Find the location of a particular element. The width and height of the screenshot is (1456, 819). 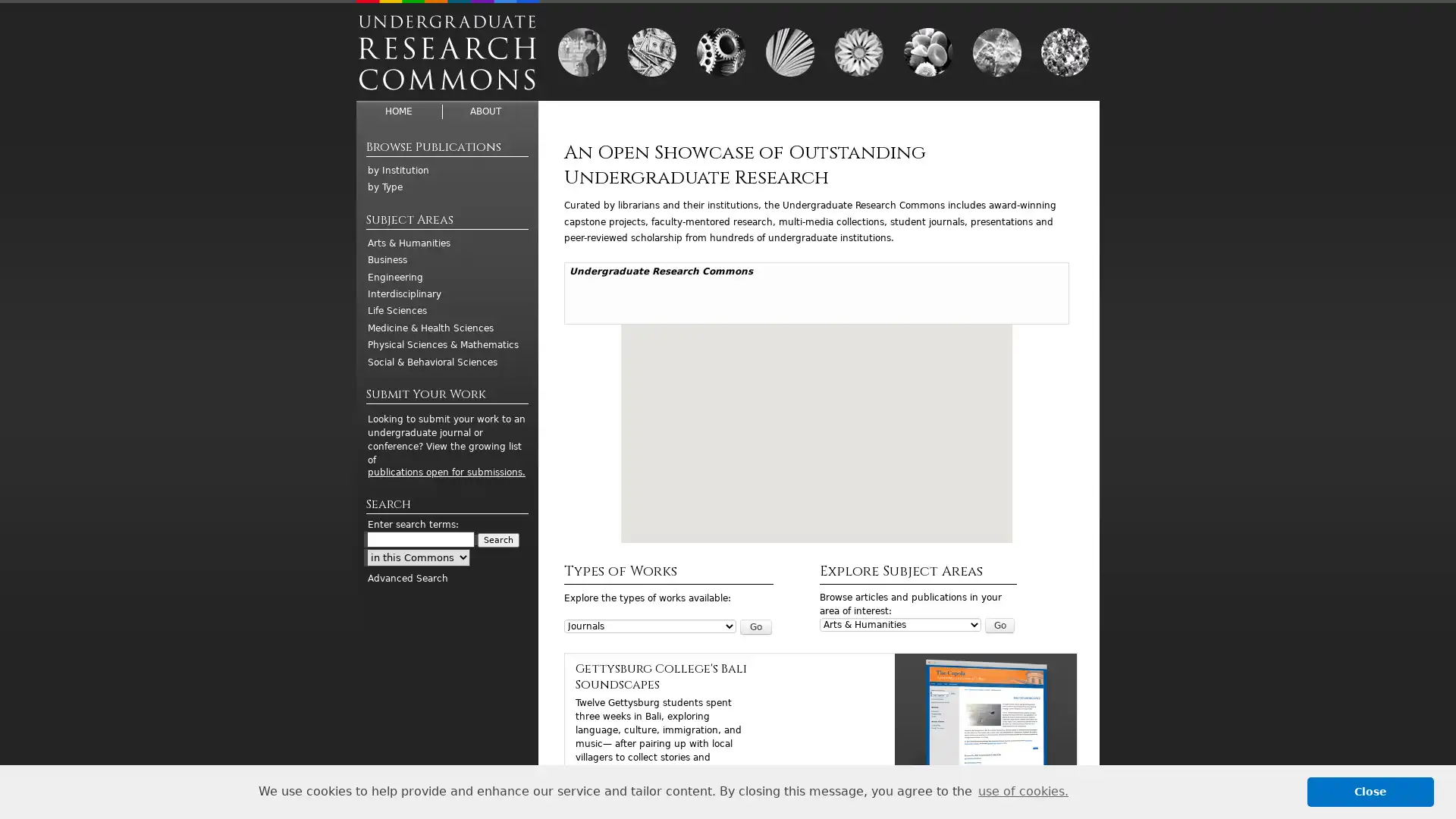

dismiss cookie message is located at coordinates (1370, 791).